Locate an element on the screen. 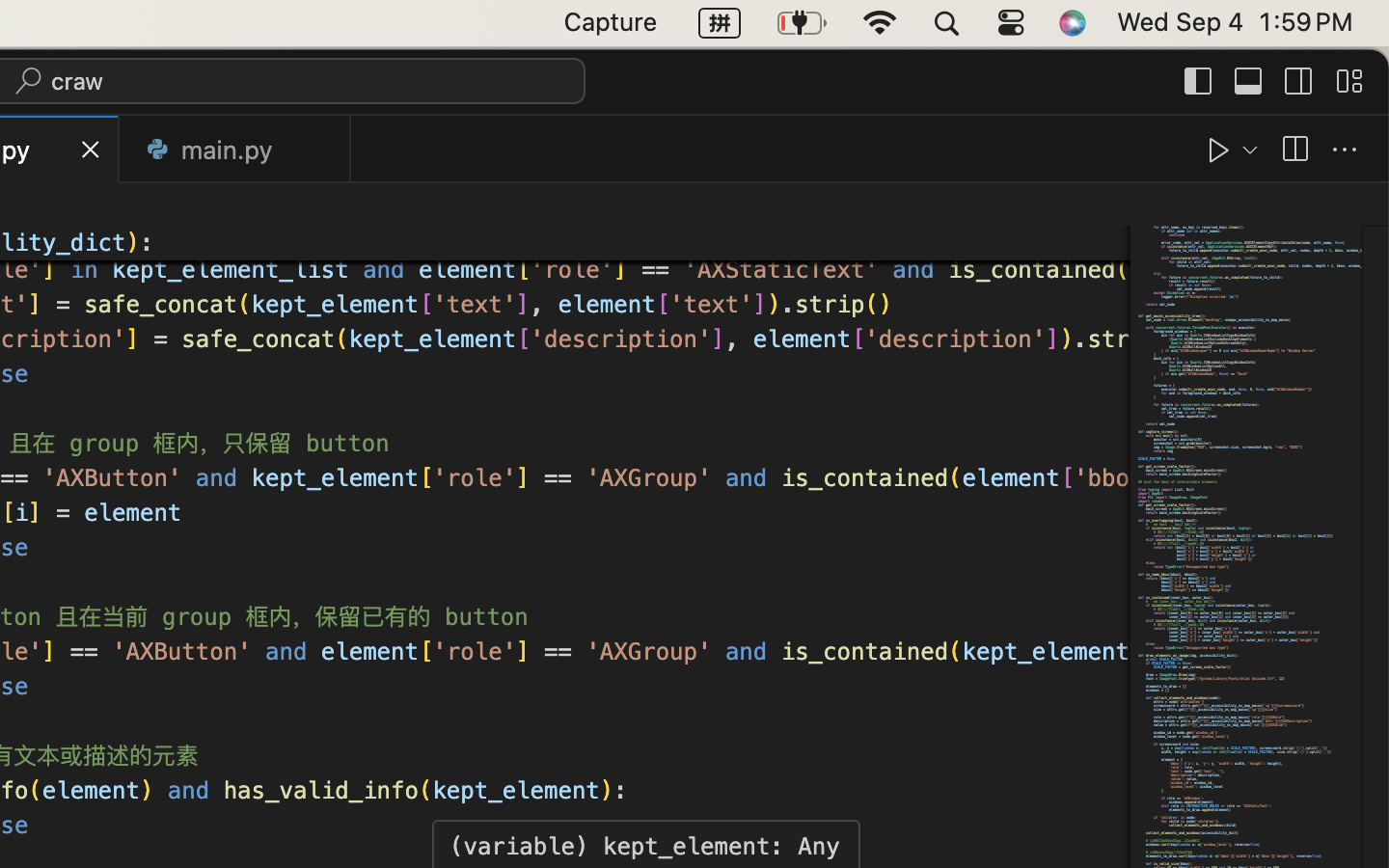 The height and width of the screenshot is (868, 1389). '' is located at coordinates (1293, 149).